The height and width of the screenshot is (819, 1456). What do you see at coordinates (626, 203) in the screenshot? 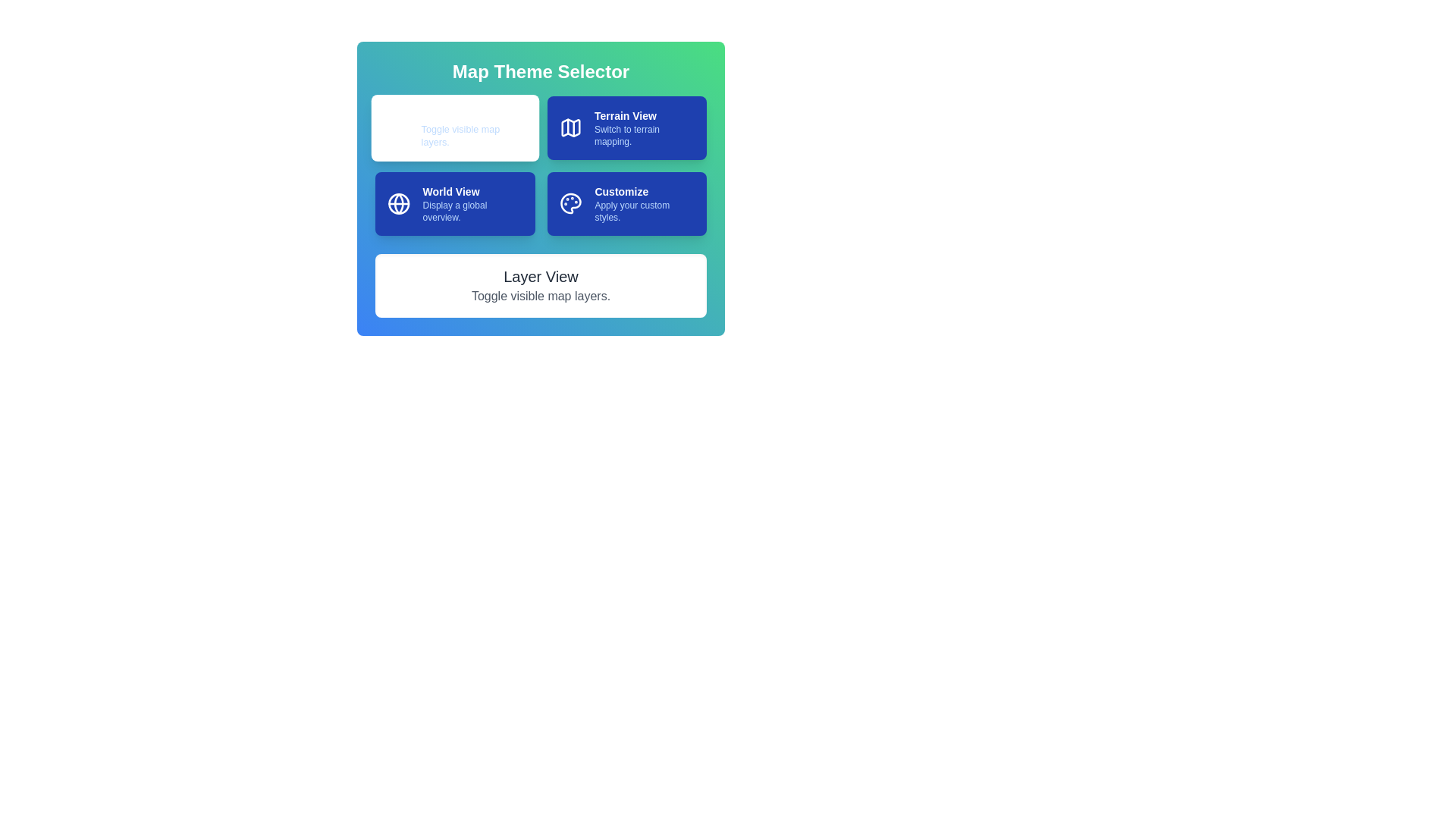
I see `the 'Customize' button with a blue background and a paint palette icon in the 'Map Theme Selector' interface` at bounding box center [626, 203].